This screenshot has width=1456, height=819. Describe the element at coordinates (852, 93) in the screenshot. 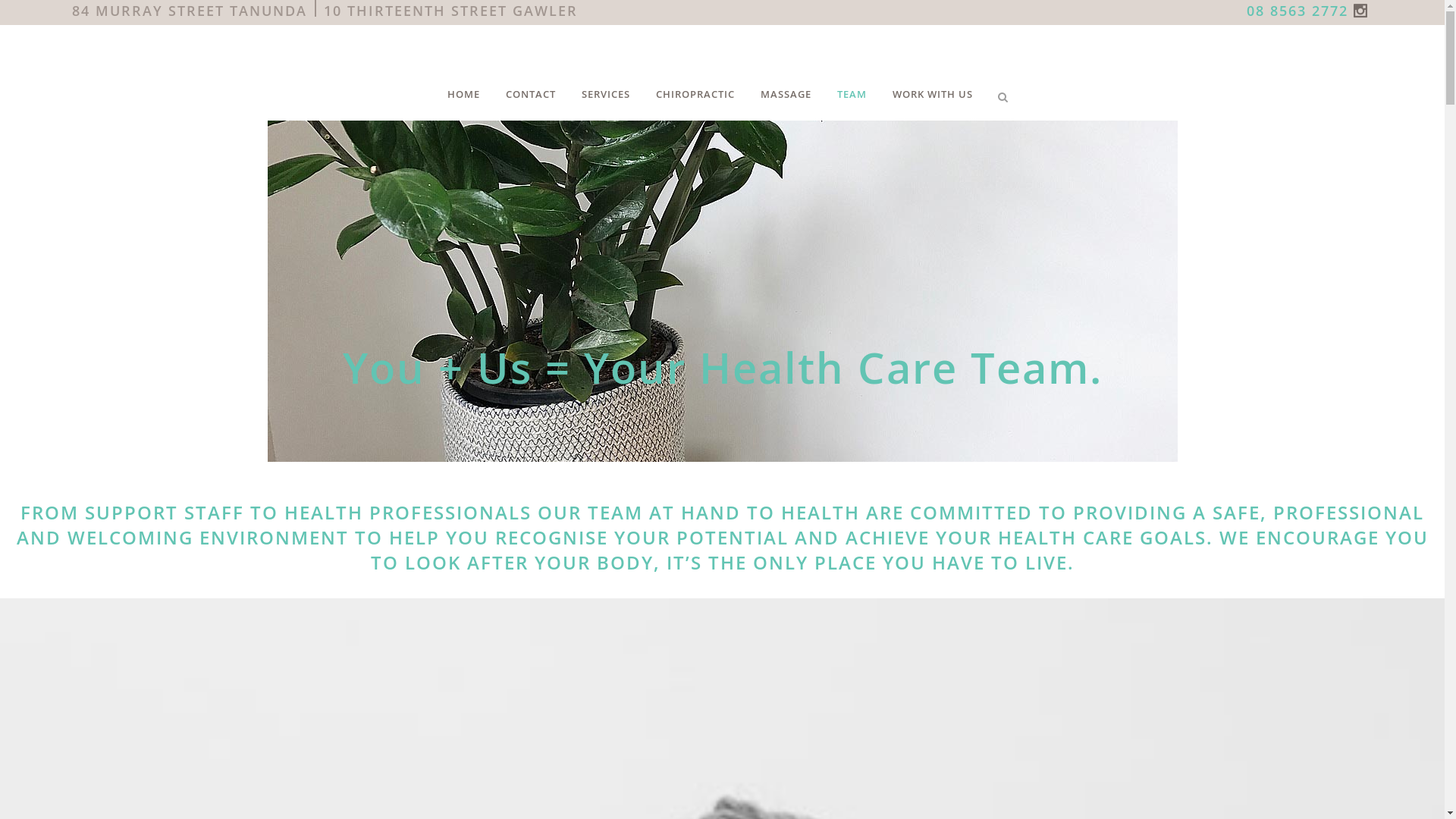

I see `'TEAM'` at that location.